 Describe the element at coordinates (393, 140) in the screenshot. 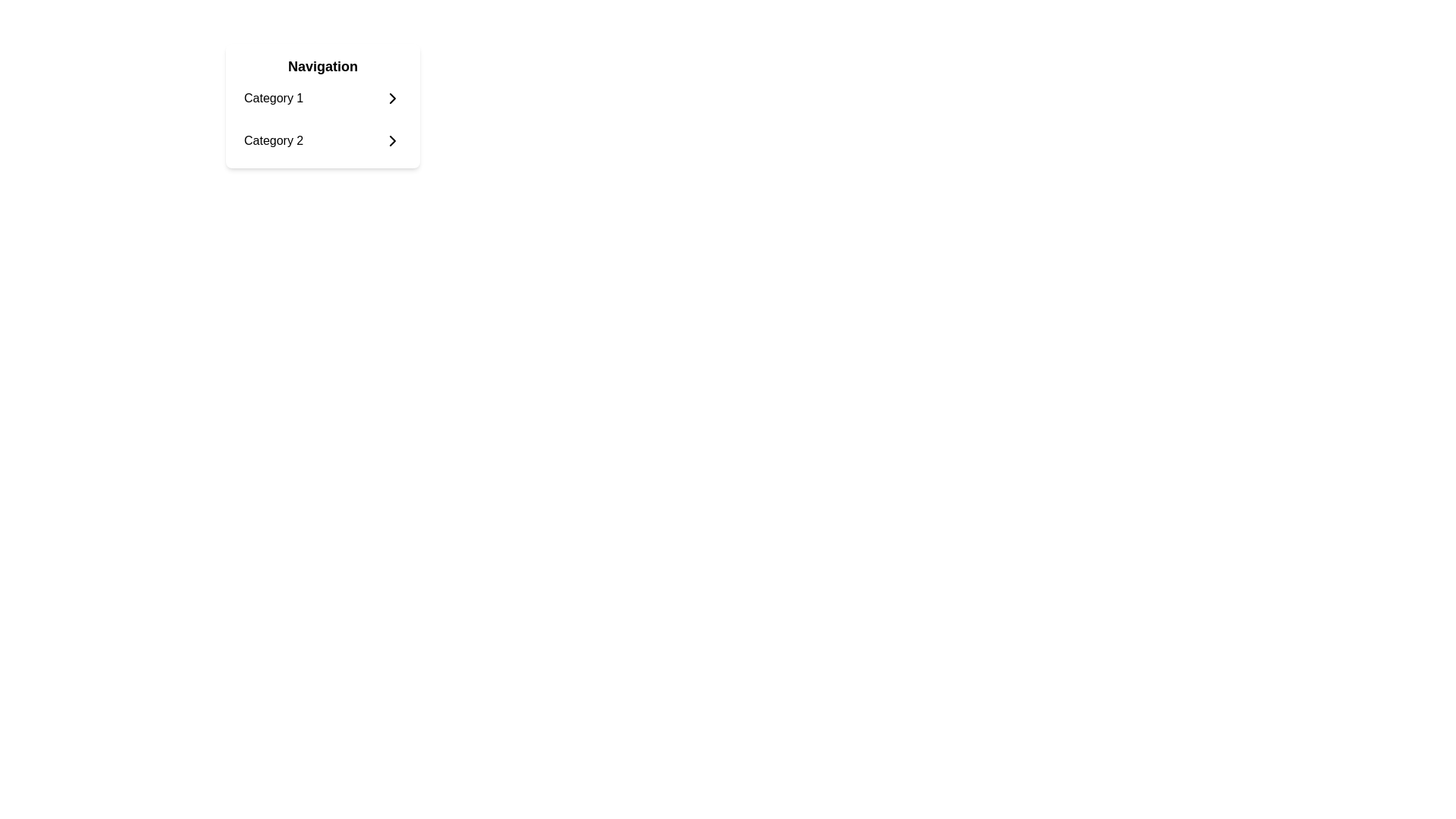

I see `the right-facing chevron arrow icon next to the text label 'Category 2'` at that location.